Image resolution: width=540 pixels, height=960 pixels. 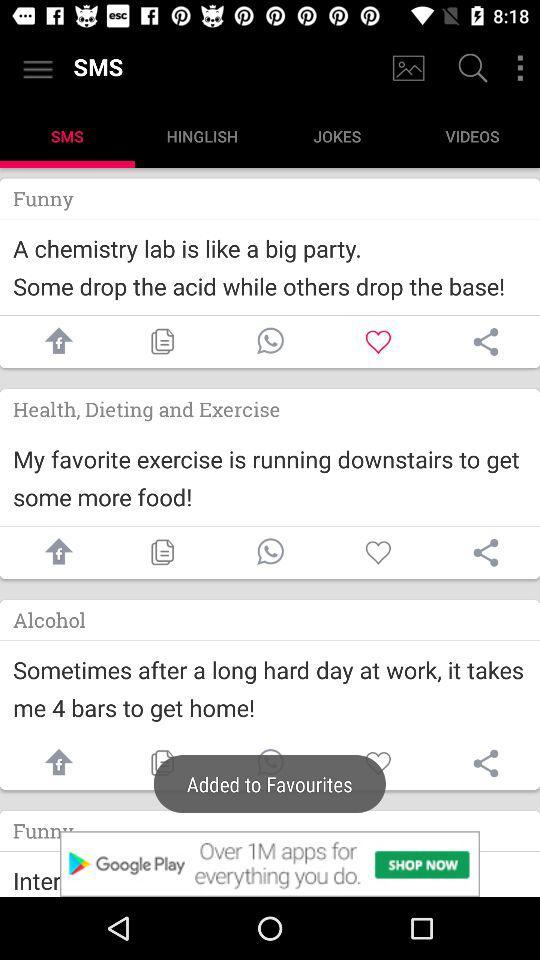 What do you see at coordinates (54, 552) in the screenshot?
I see `add to facebook` at bounding box center [54, 552].